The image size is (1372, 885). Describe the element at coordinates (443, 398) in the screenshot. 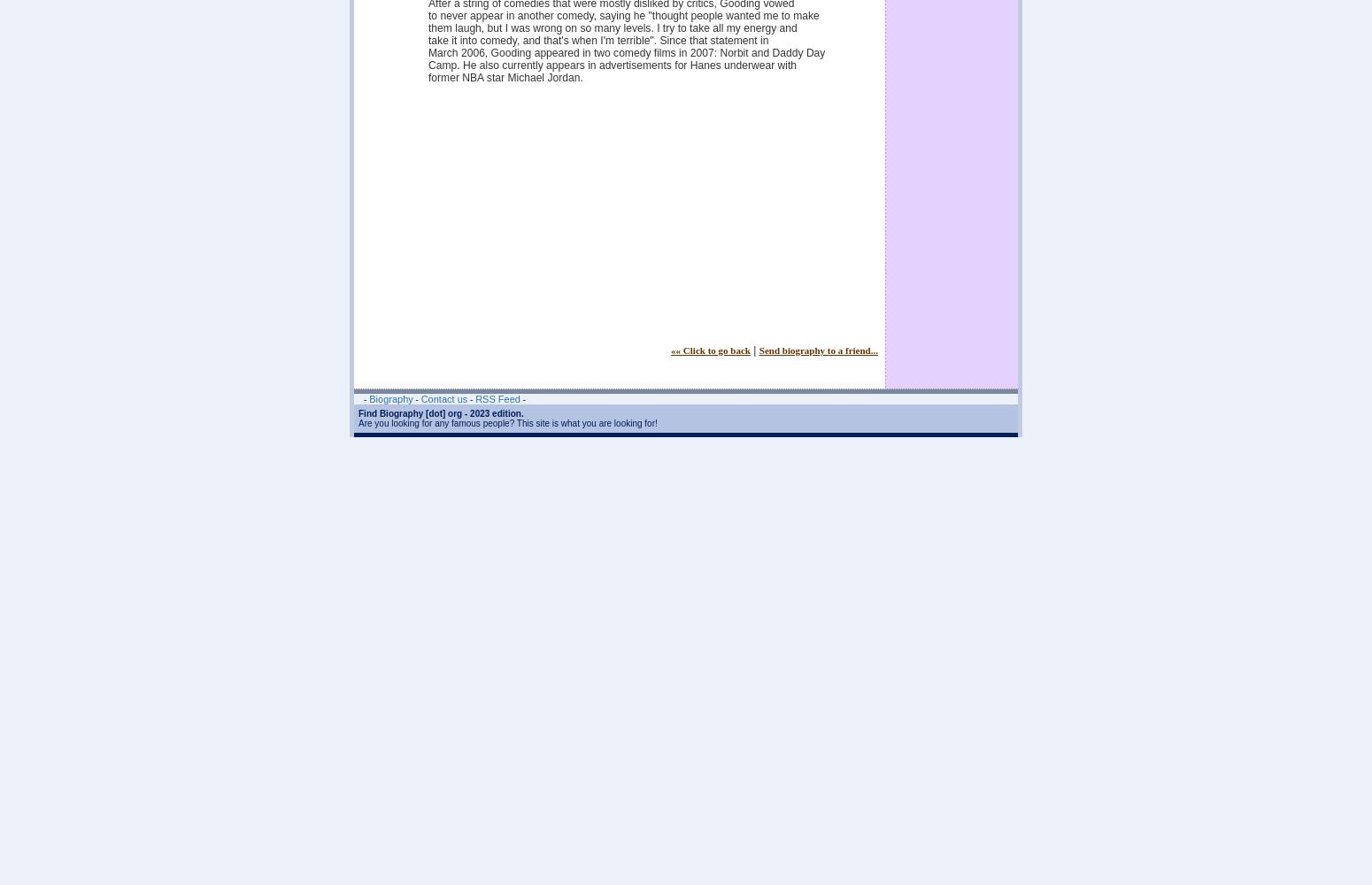

I see `'Contact us'` at that location.